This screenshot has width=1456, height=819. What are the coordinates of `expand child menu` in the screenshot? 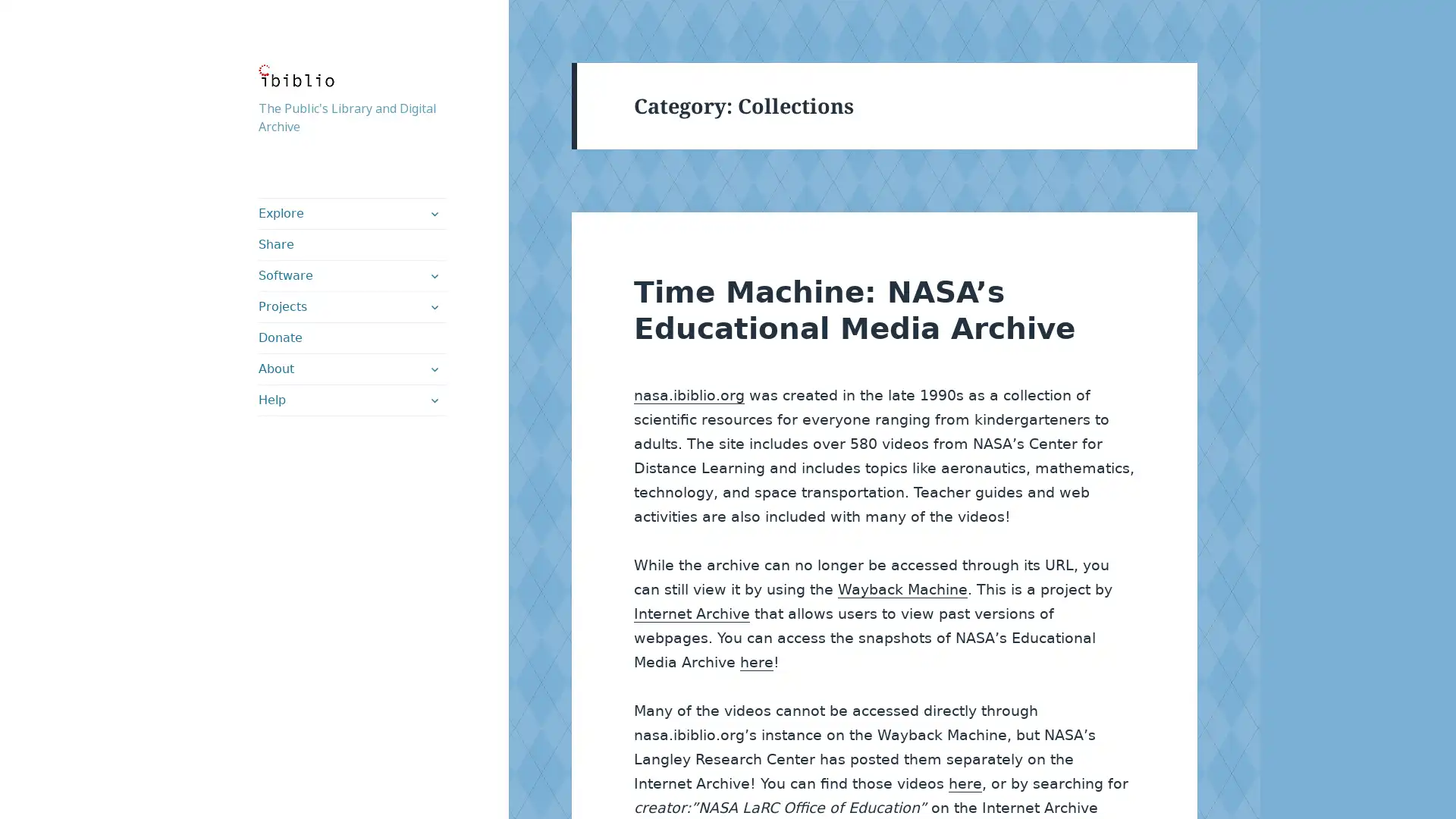 It's located at (432, 213).